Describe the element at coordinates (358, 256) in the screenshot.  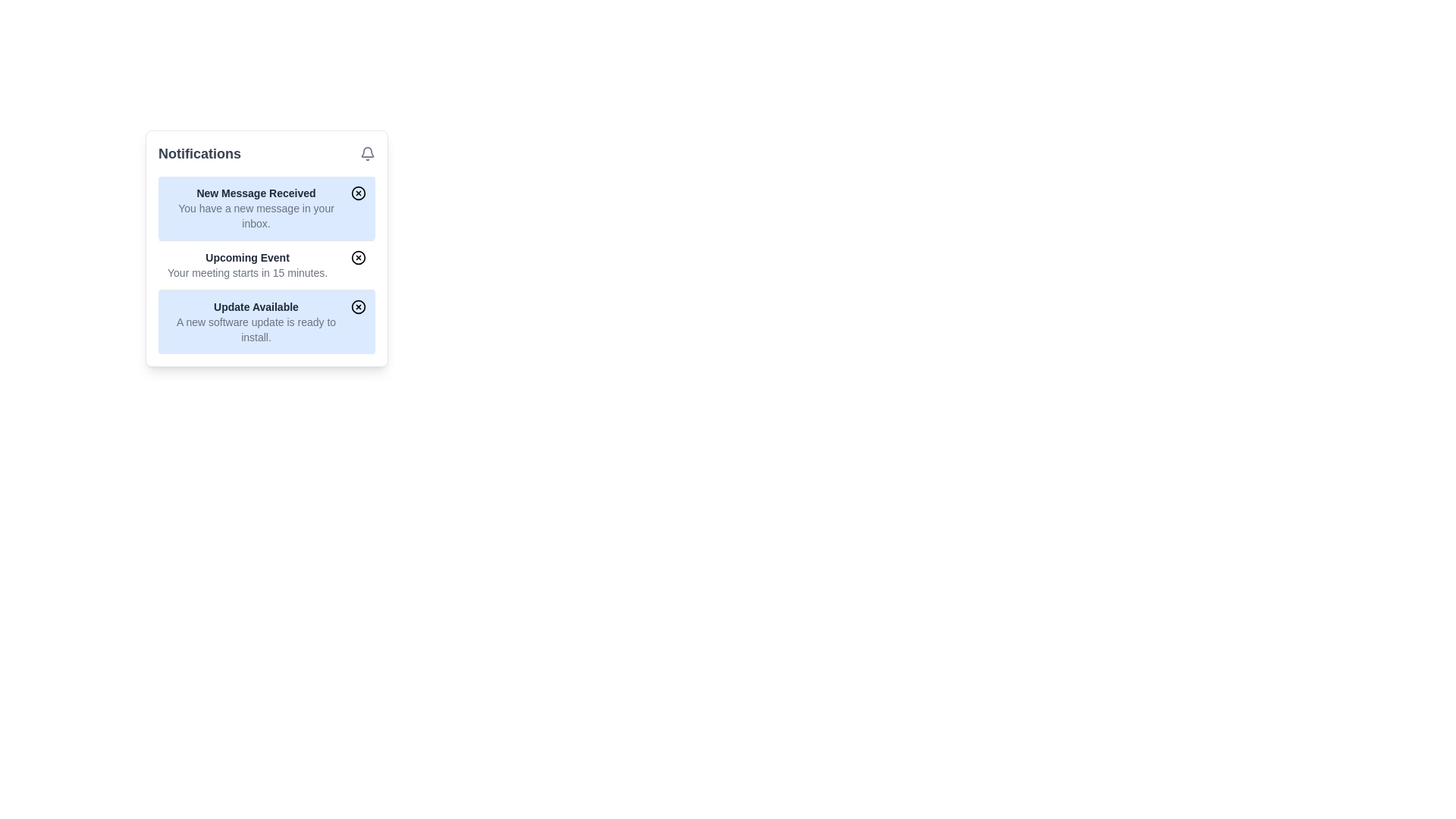
I see `the inner circular part of the icon used to dismiss or interact with the notification labeled 'Upcoming Event', located to the right of the text in the second notification row` at that location.